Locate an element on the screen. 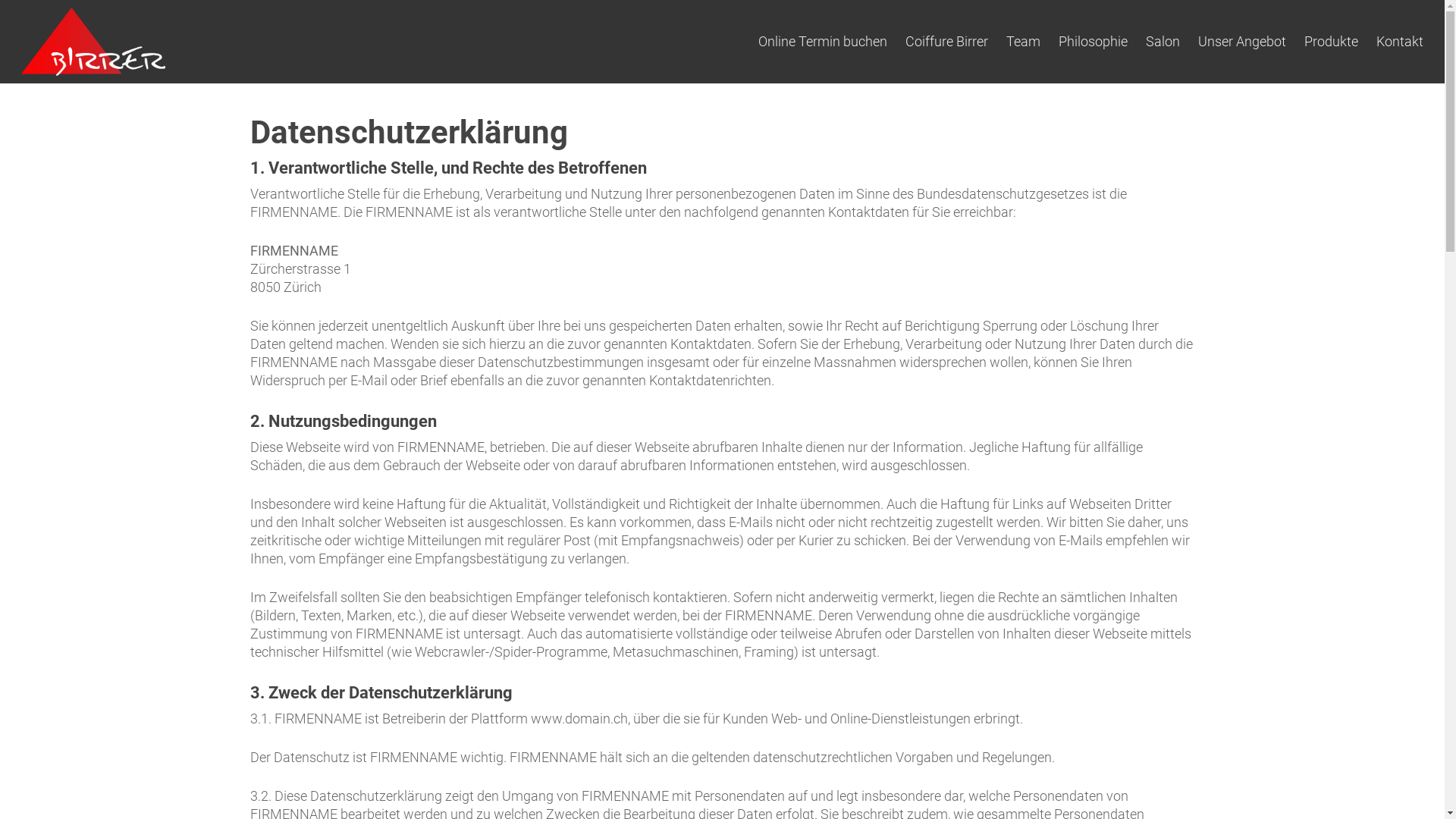 The width and height of the screenshot is (1456, 819). 'Unser Angebot' is located at coordinates (1241, 40).